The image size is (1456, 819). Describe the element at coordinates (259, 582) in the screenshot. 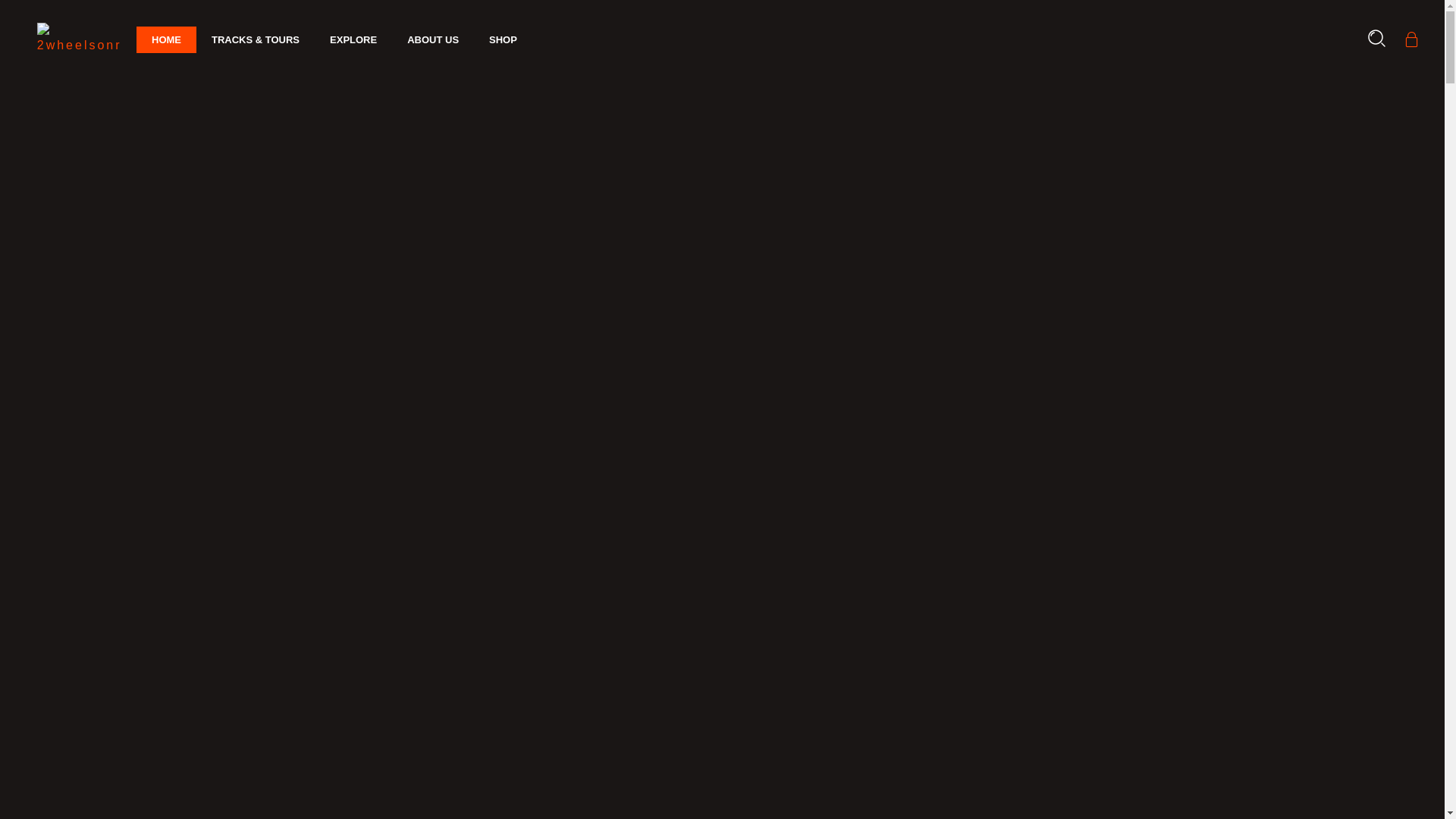

I see `'EXPLORE MORE'` at that location.